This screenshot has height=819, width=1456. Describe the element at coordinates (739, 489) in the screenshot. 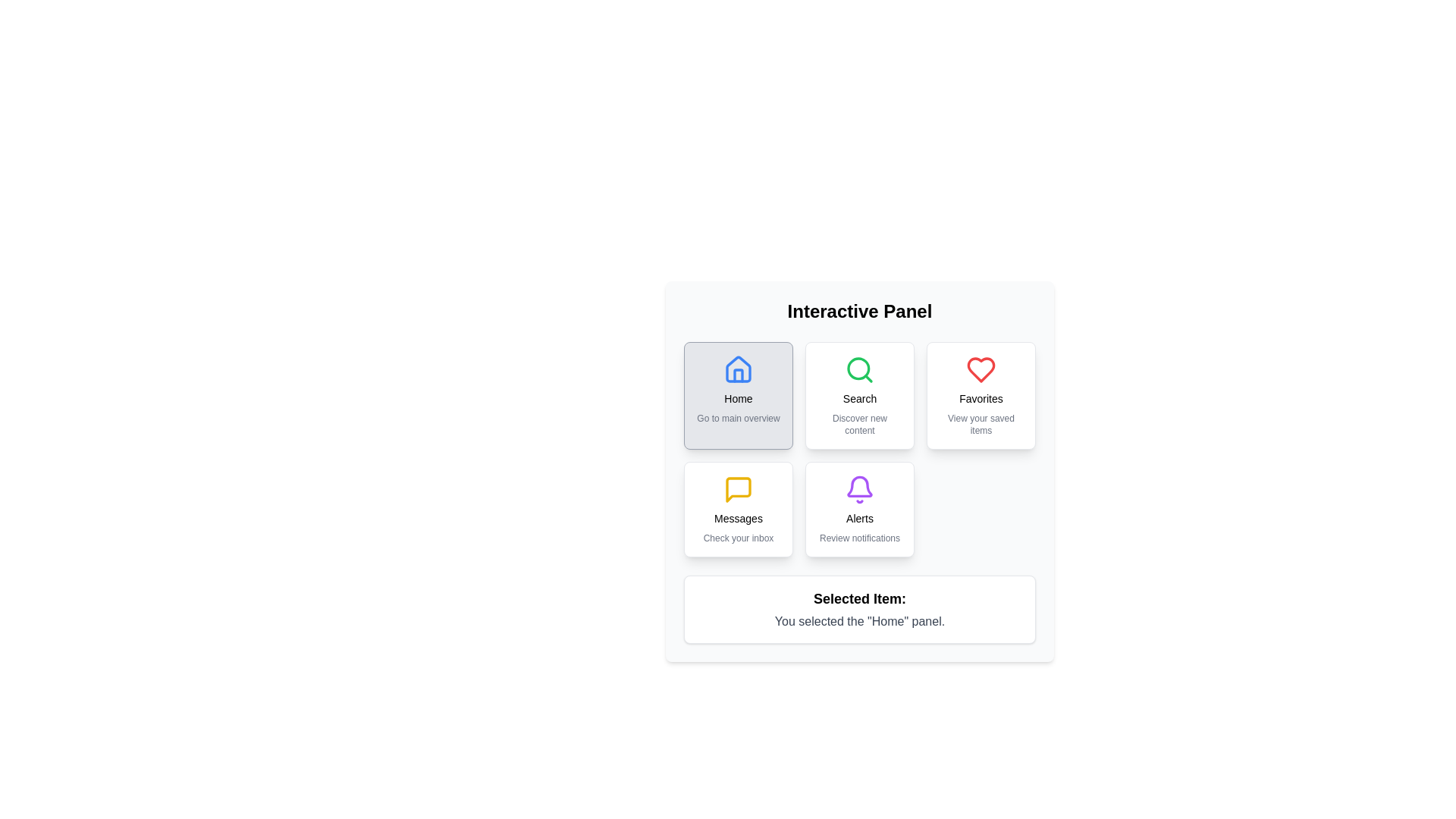

I see `the Messages icon located centrally within the Messages card at the bottom-left of the interactive panel grid` at that location.